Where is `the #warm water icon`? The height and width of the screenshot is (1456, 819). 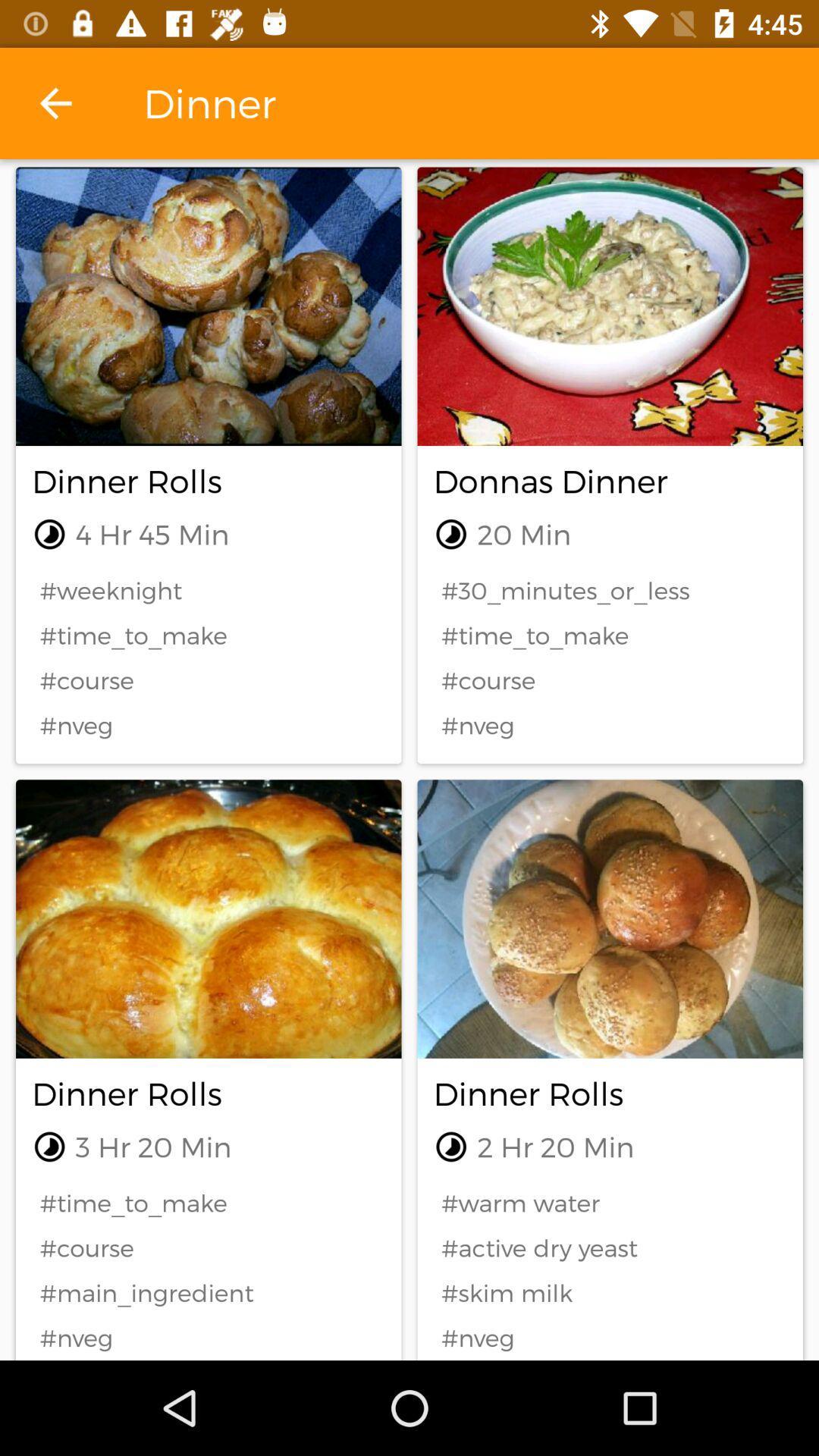
the #warm water icon is located at coordinates (609, 1202).